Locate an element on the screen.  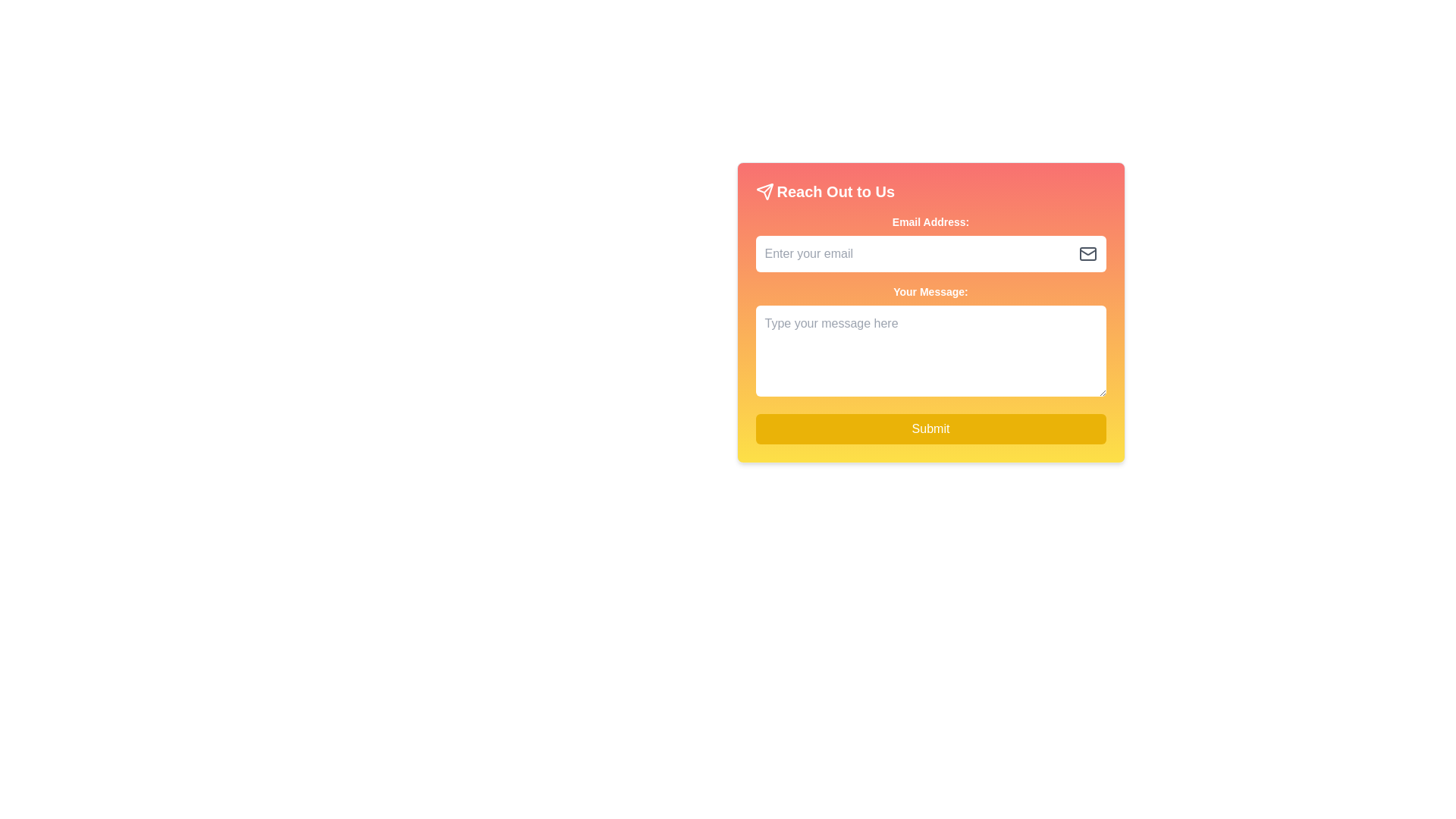
the envelope icon, which is part of the SVG graphic located at the top-right corner of the form, to activate the tooltip or animation is located at coordinates (1087, 251).